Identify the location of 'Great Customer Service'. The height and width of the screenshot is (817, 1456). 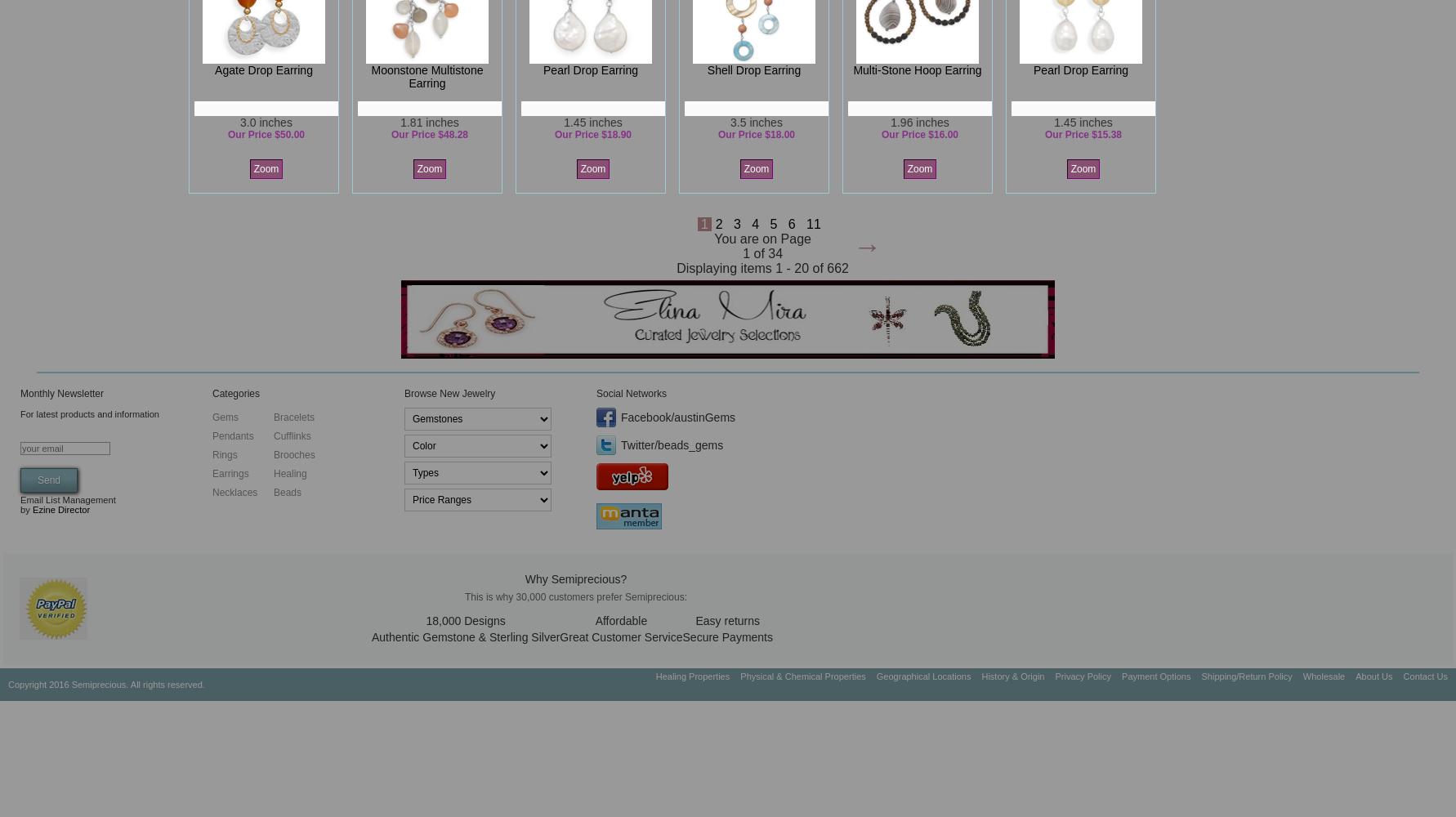
(621, 637).